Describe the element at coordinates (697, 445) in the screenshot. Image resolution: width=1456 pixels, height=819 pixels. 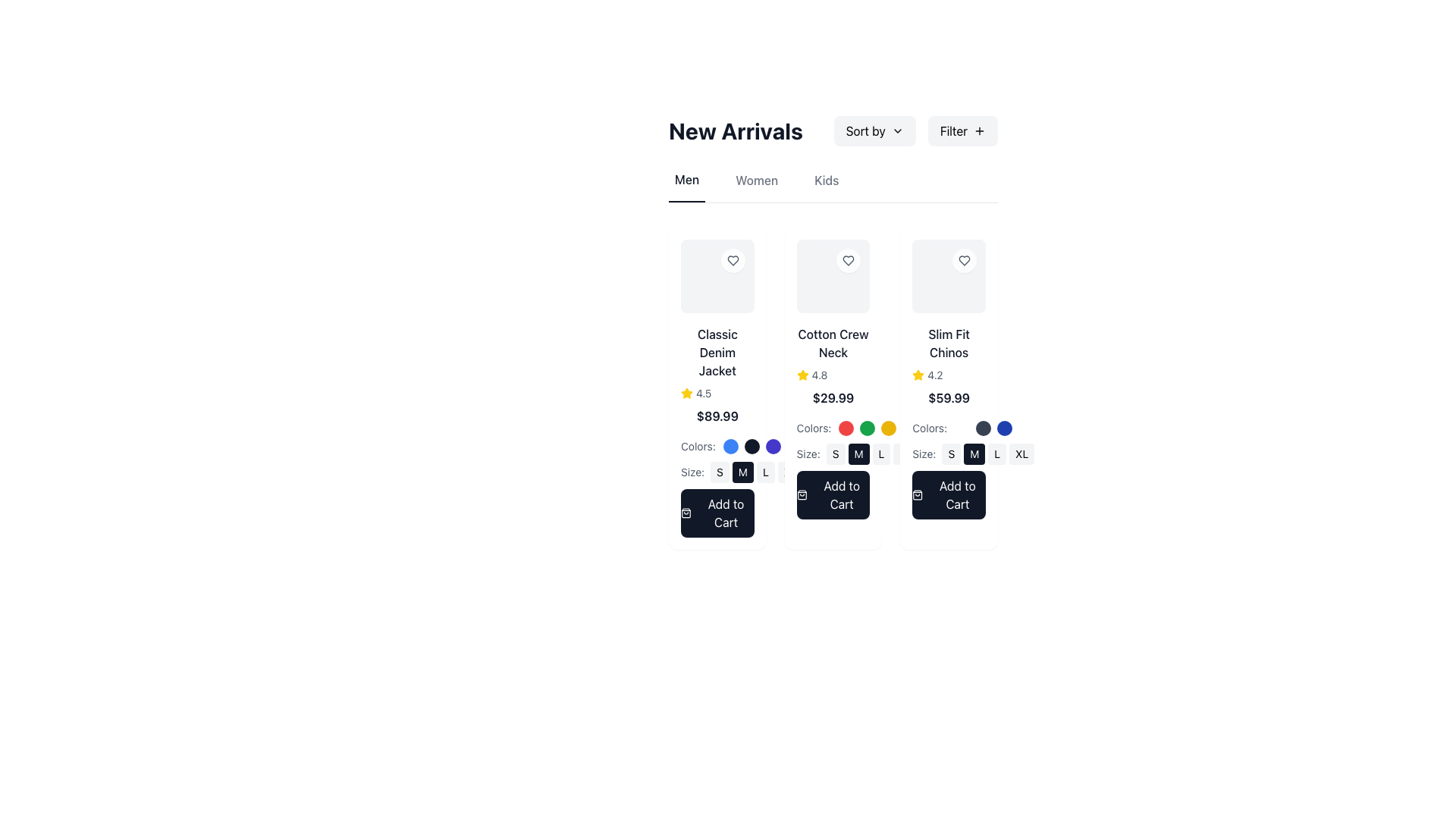
I see `label indicating the purpose of the adjacent color selection circles for the 'Classic Denim Jacket', located to the left of the color selection circles and above the size selection options` at that location.